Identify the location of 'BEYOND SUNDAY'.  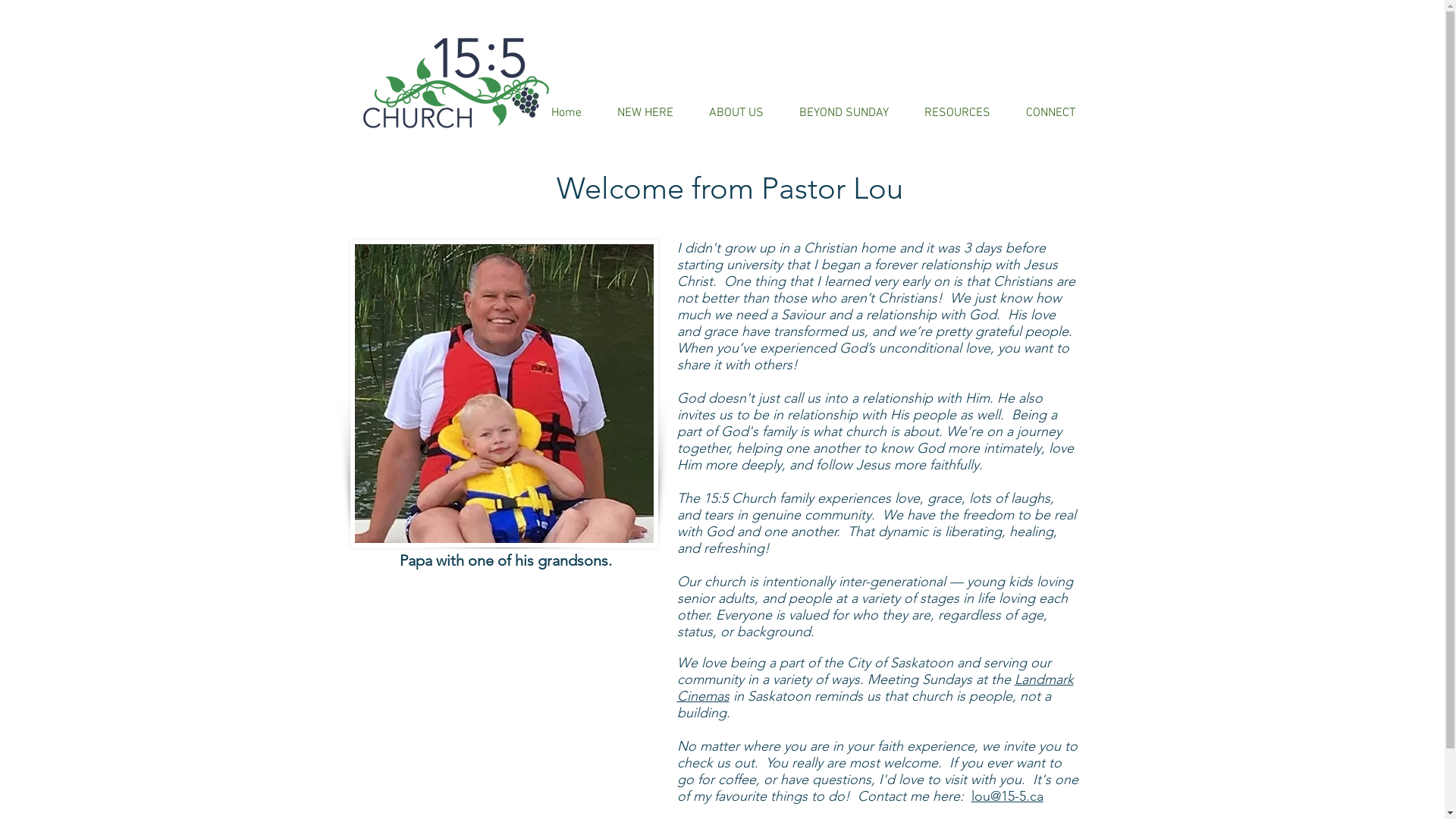
(843, 112).